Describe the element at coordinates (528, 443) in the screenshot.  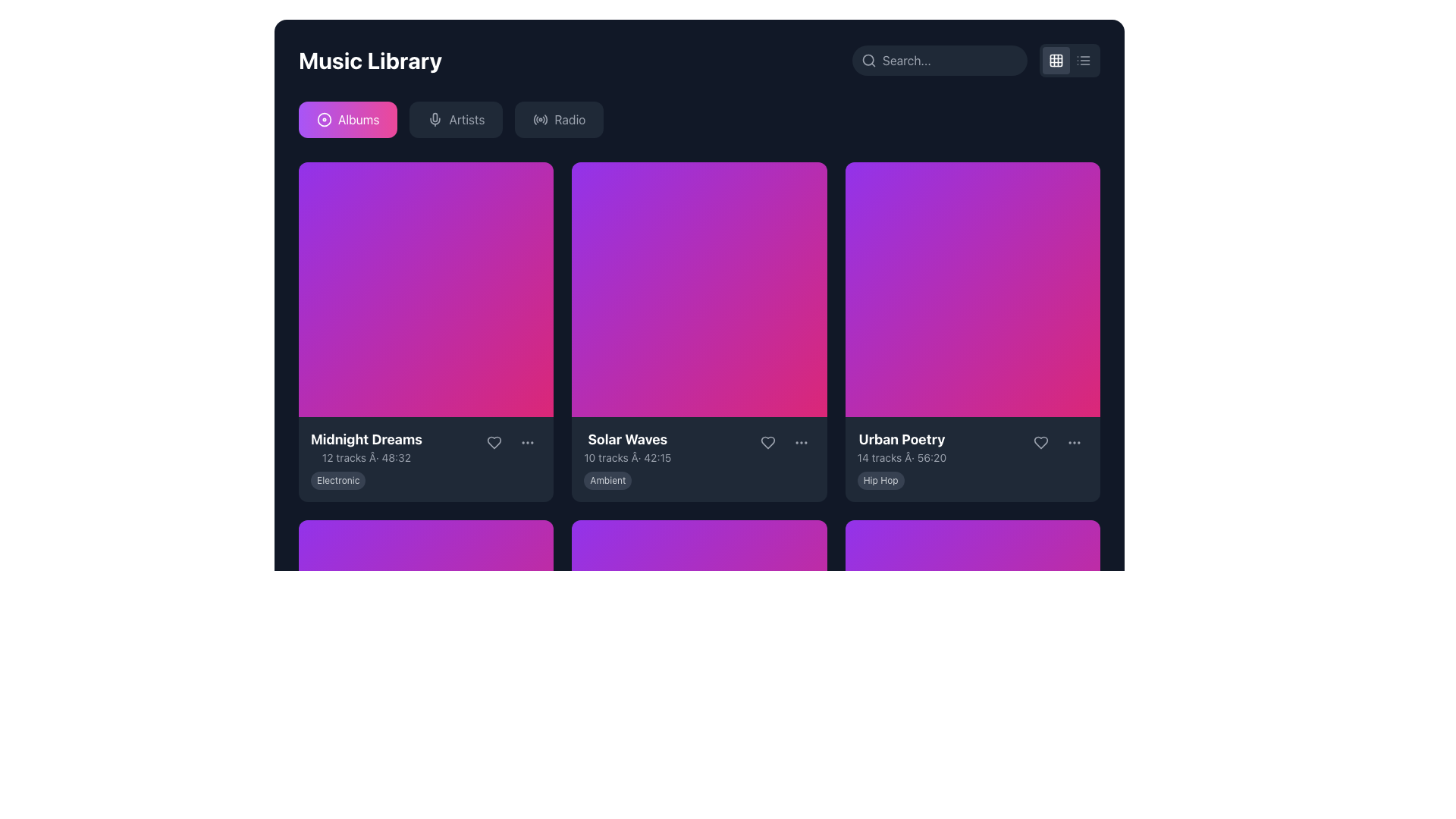
I see `the vertically-aligned ellipsis icon, which is the primary icon within the interactive circular button located at the bottom-right corner of the 'Midnight Dreams' card` at that location.